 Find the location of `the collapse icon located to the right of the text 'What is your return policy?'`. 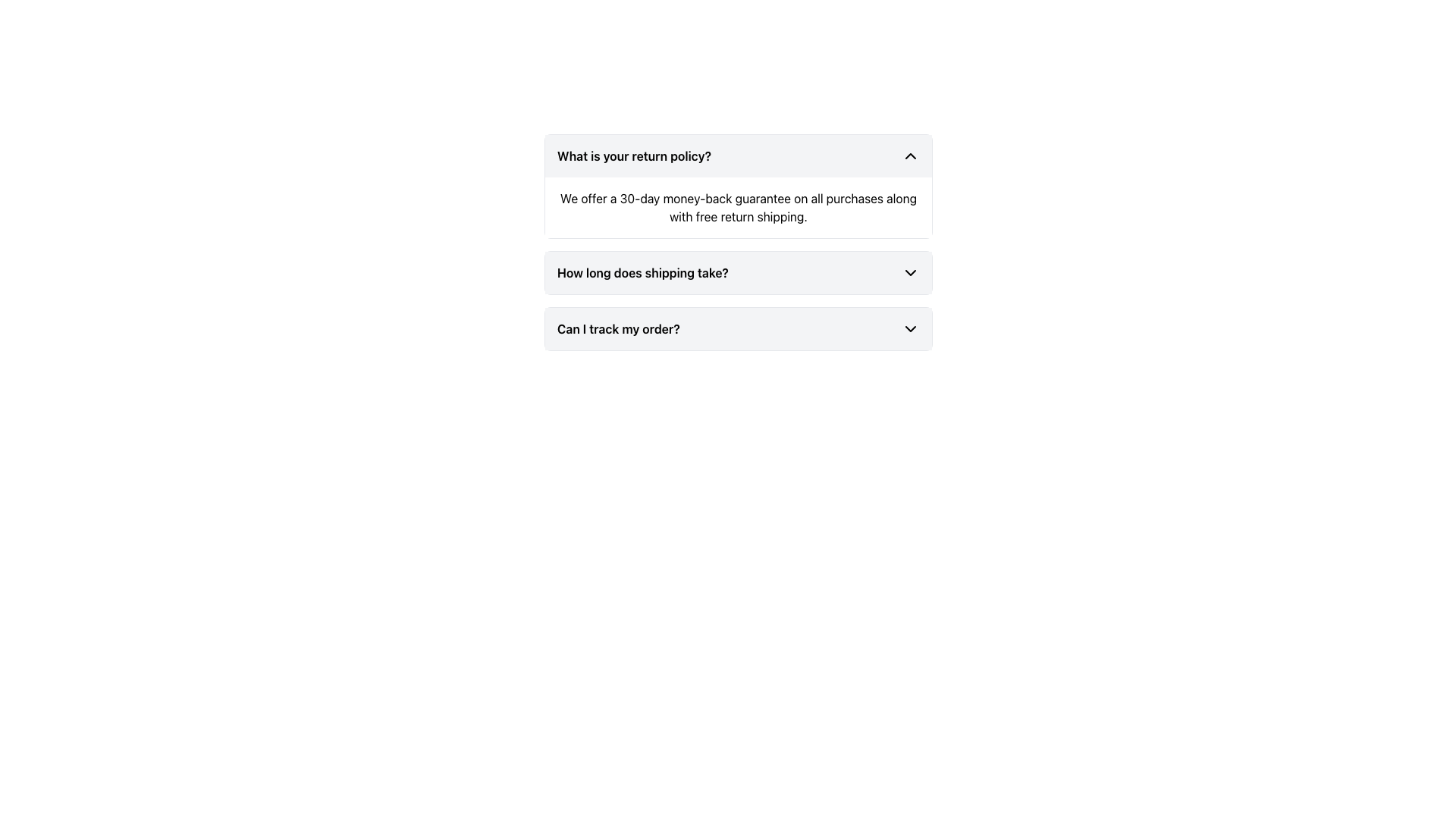

the collapse icon located to the right of the text 'What is your return policy?' is located at coordinates (910, 155).